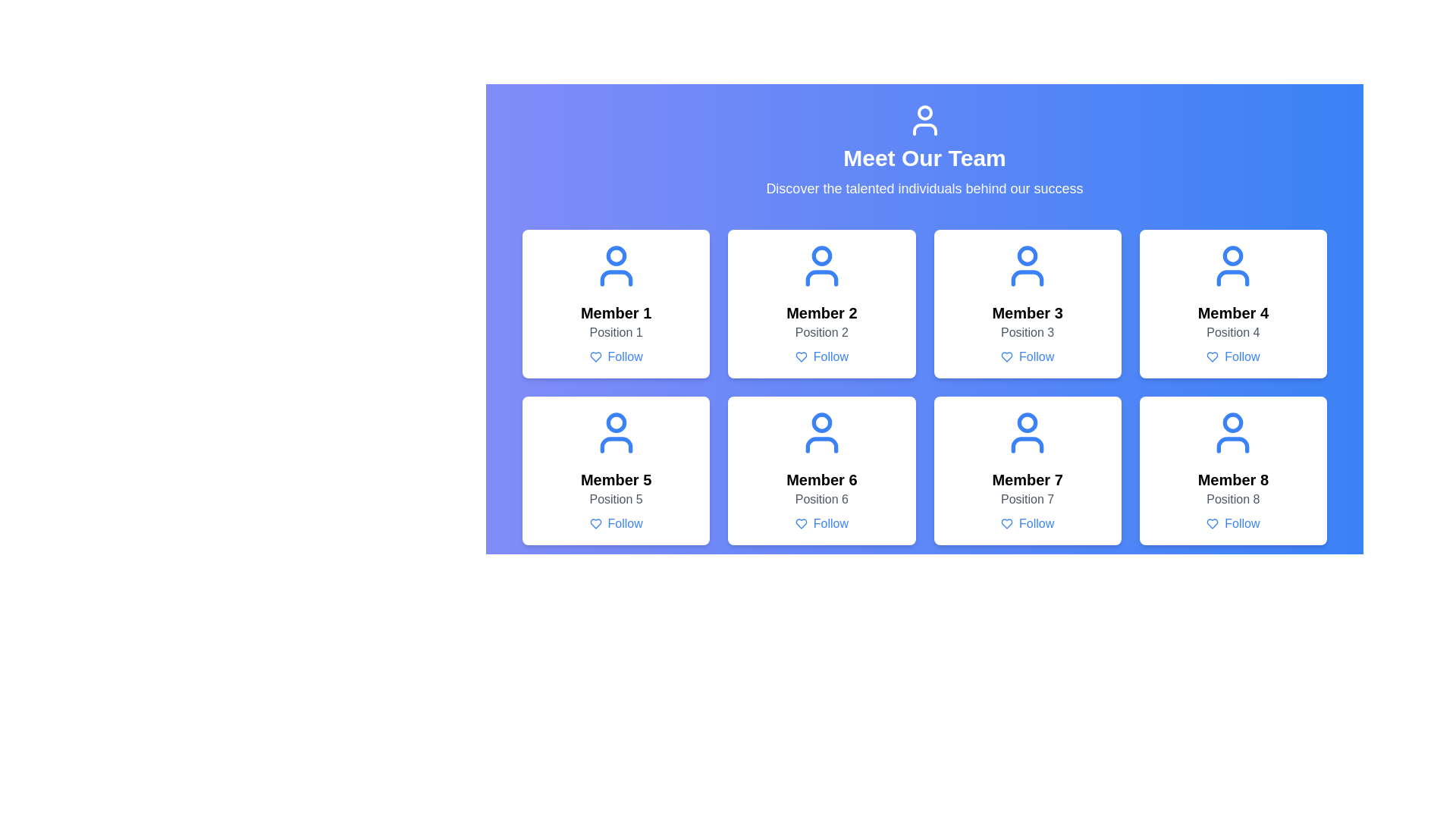 The height and width of the screenshot is (819, 1456). Describe the element at coordinates (616, 522) in the screenshot. I see `the 'Follow' button, which is styled with blue text and a heart icon, located at the bottom of the card for 'Member 5'` at that location.